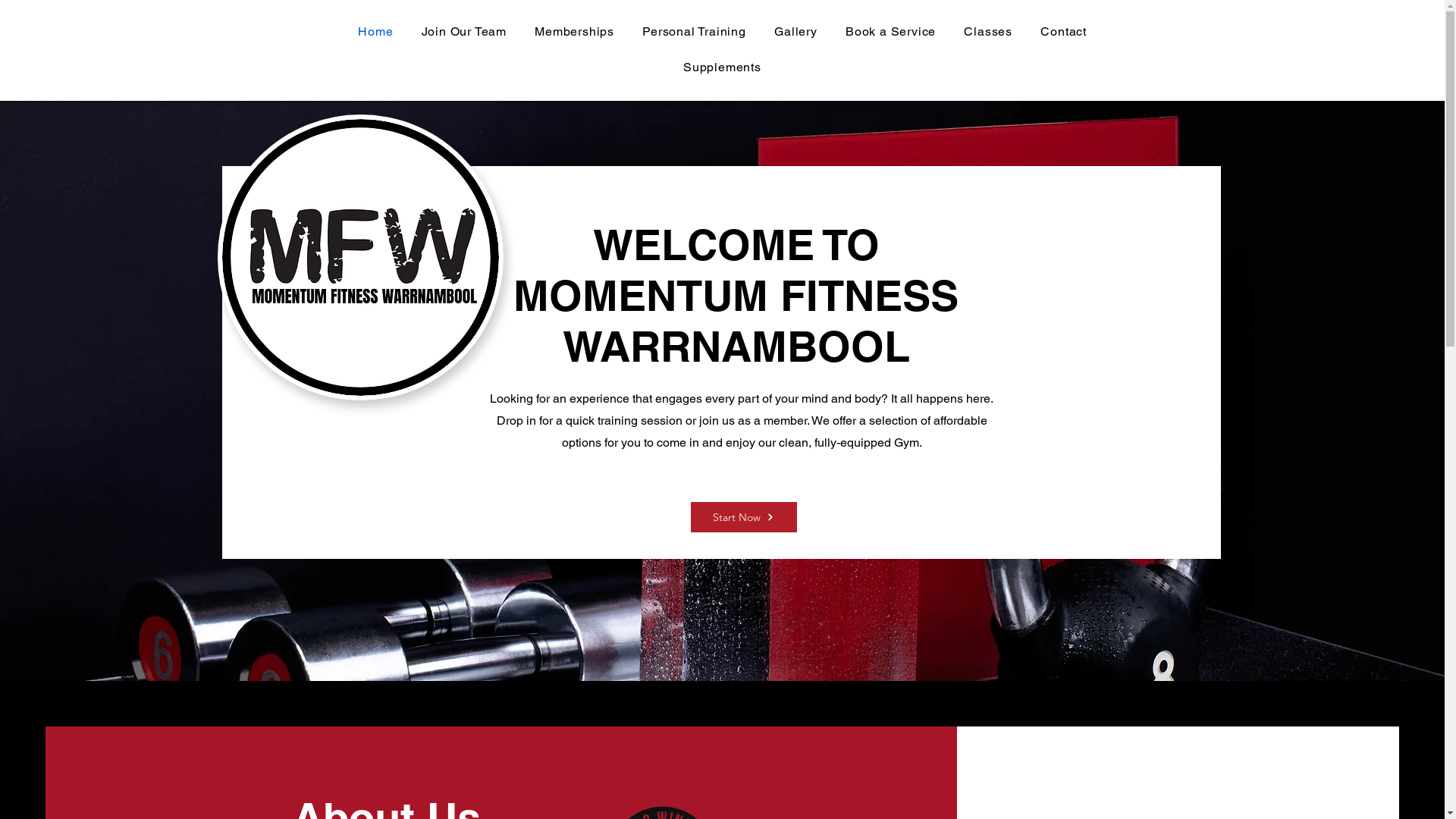 The image size is (1456, 819). What do you see at coordinates (722, 66) in the screenshot?
I see `'Supplements'` at bounding box center [722, 66].